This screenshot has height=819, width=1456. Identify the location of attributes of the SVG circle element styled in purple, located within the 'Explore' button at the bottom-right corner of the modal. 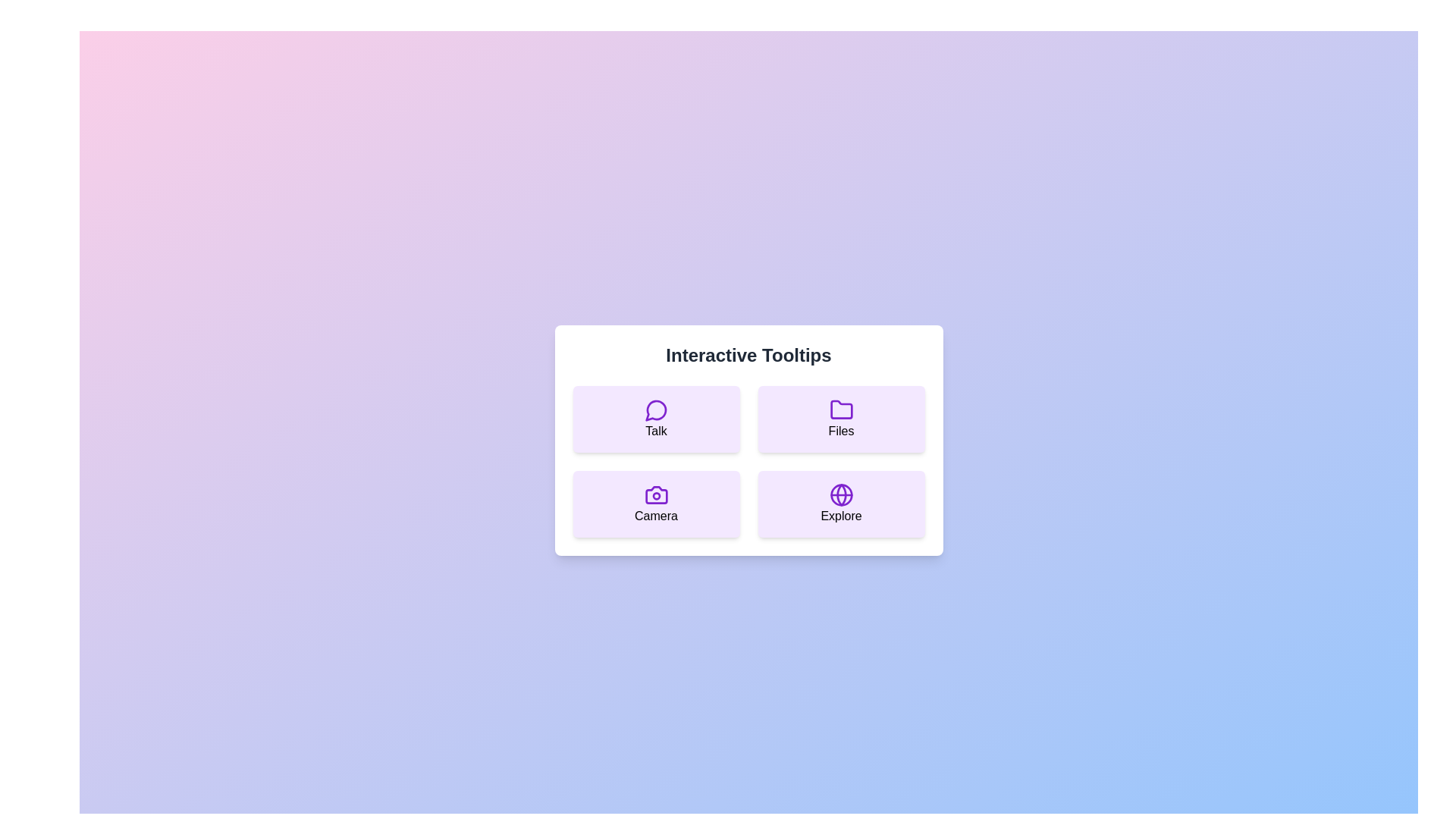
(840, 494).